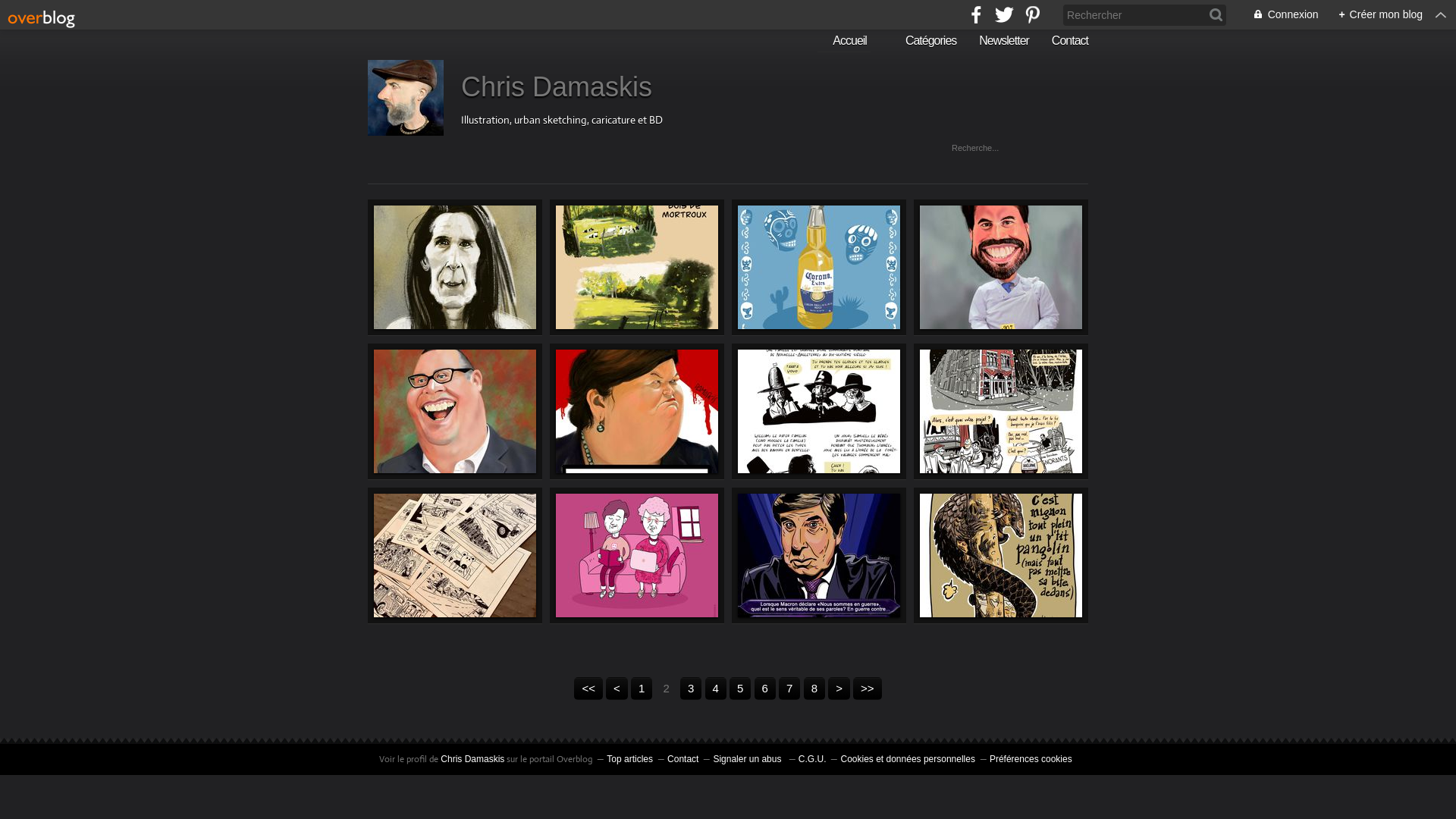  What do you see at coordinates (679, 688) in the screenshot?
I see `'3'` at bounding box center [679, 688].